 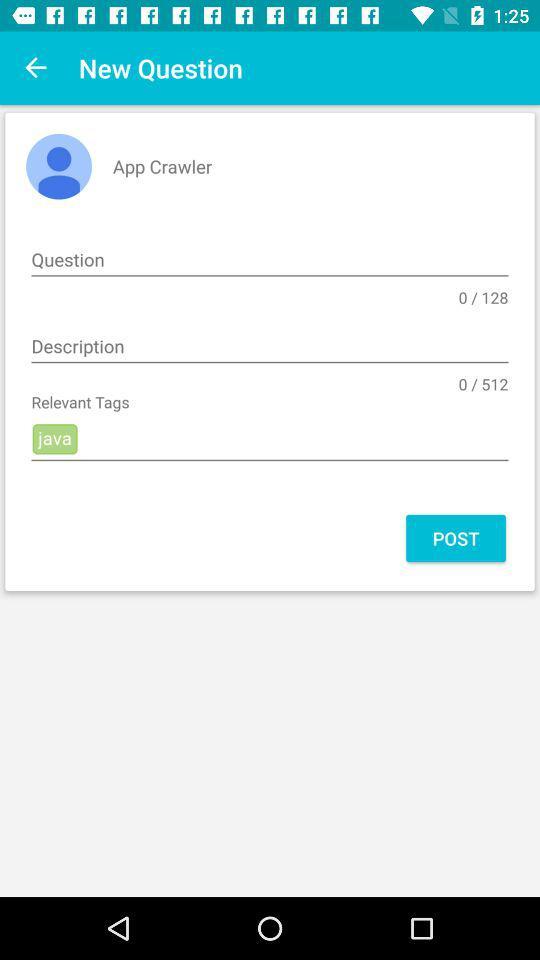 What do you see at coordinates (270, 347) in the screenshot?
I see `item below 0 / 128` at bounding box center [270, 347].